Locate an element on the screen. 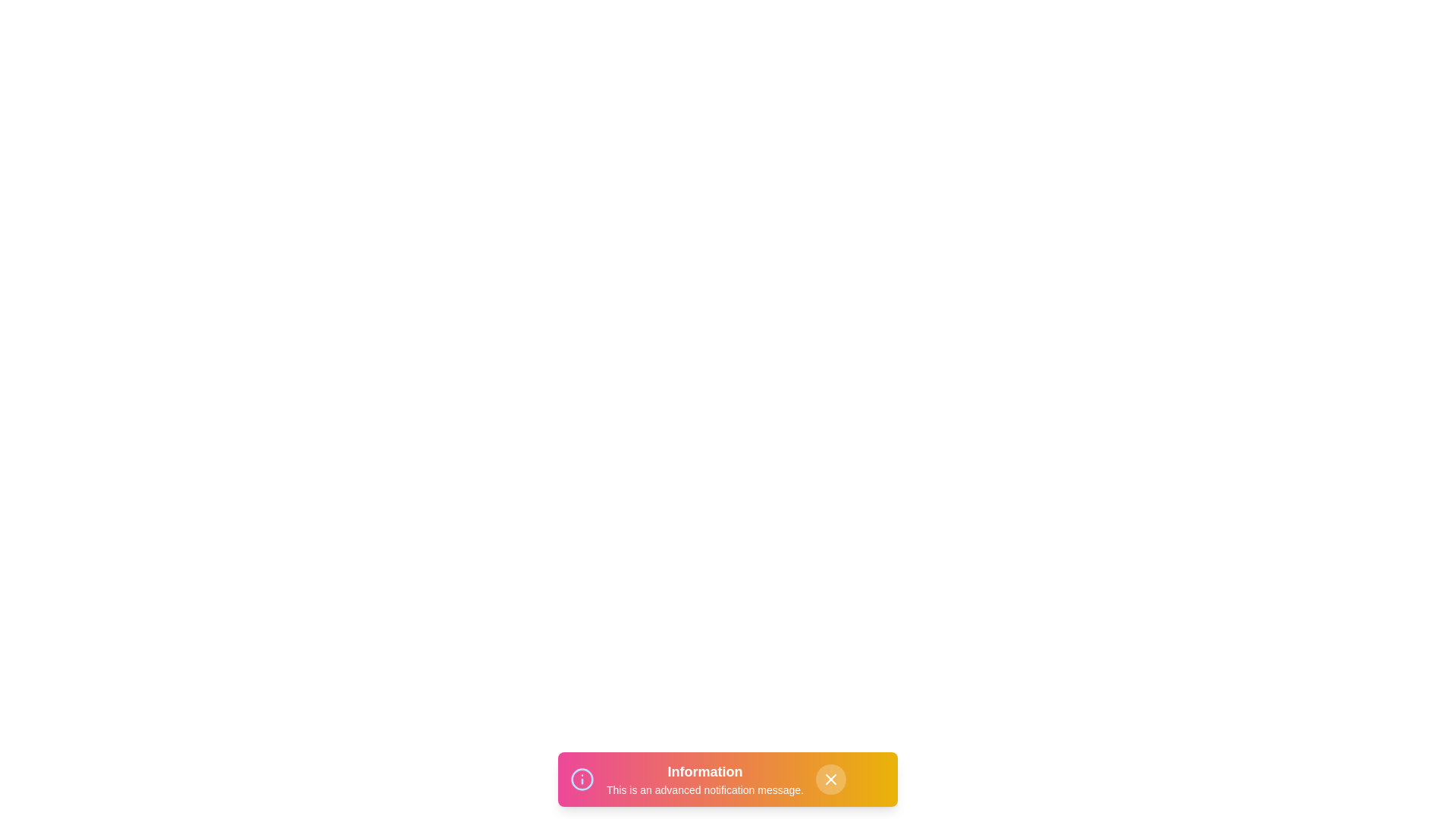 The image size is (1456, 819). close button to close the snackbar is located at coordinates (830, 780).